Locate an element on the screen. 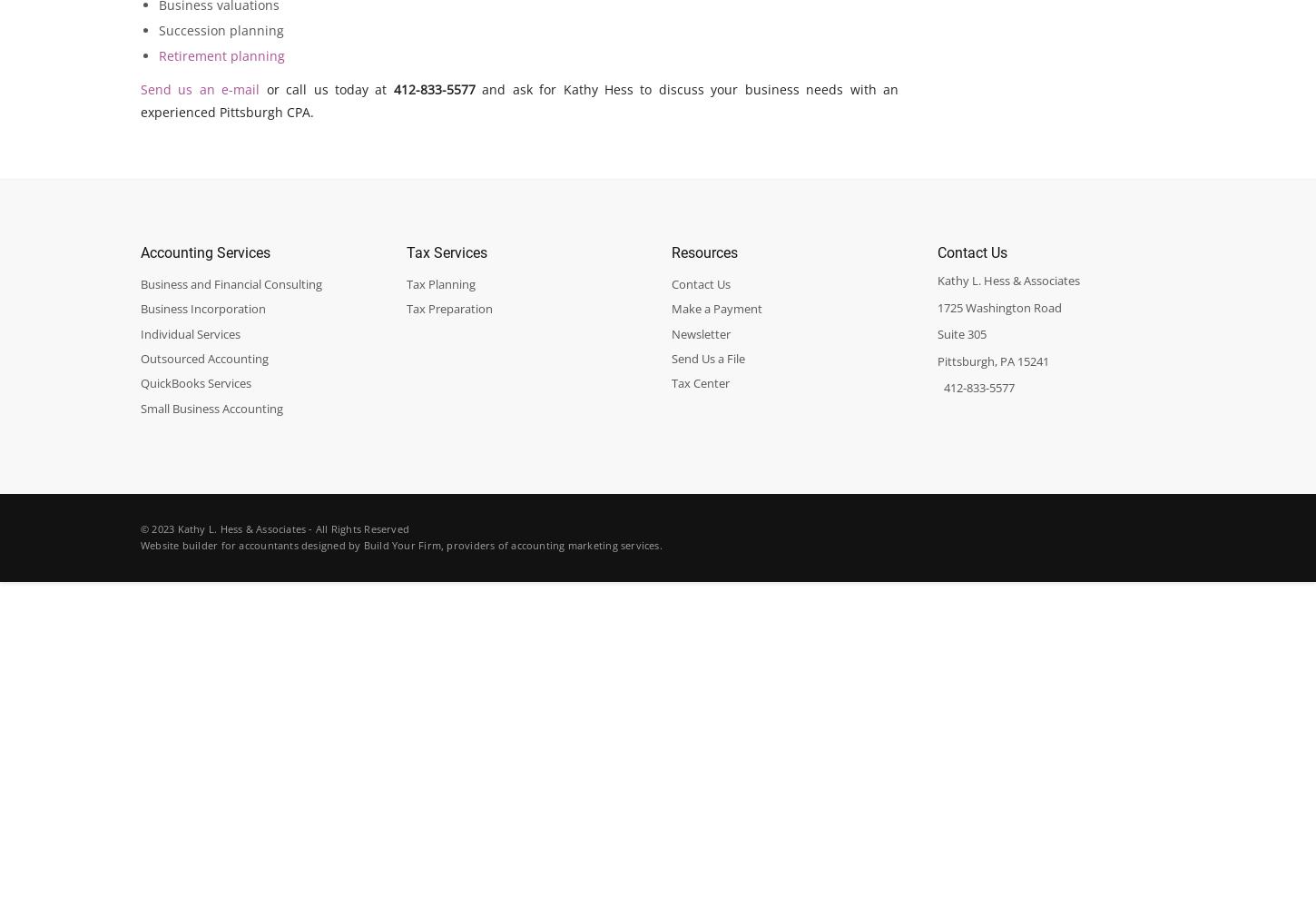  'QuickBooks Services' is located at coordinates (140, 383).